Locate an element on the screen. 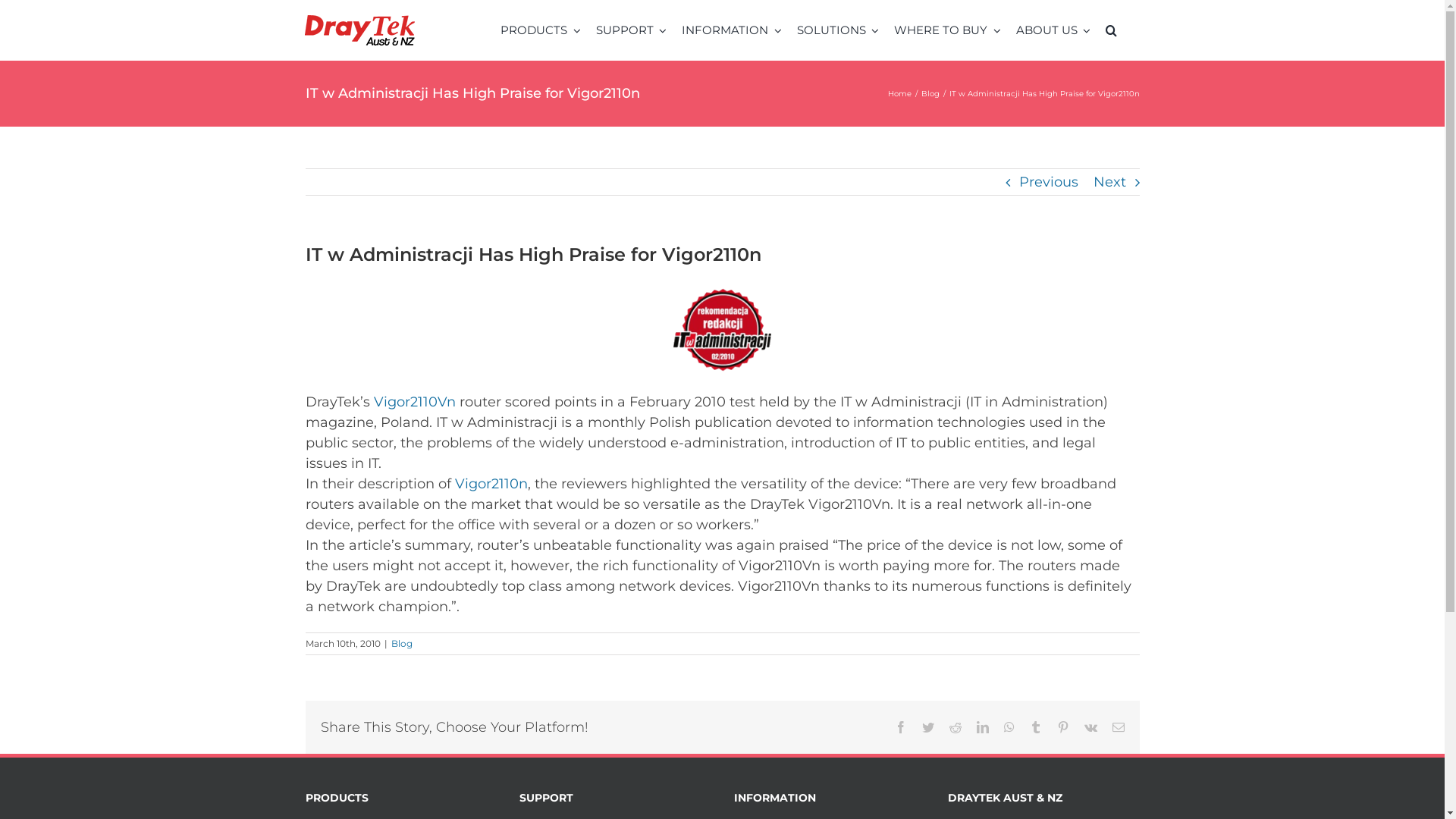  'SUPPORT' is located at coordinates (632, 30).